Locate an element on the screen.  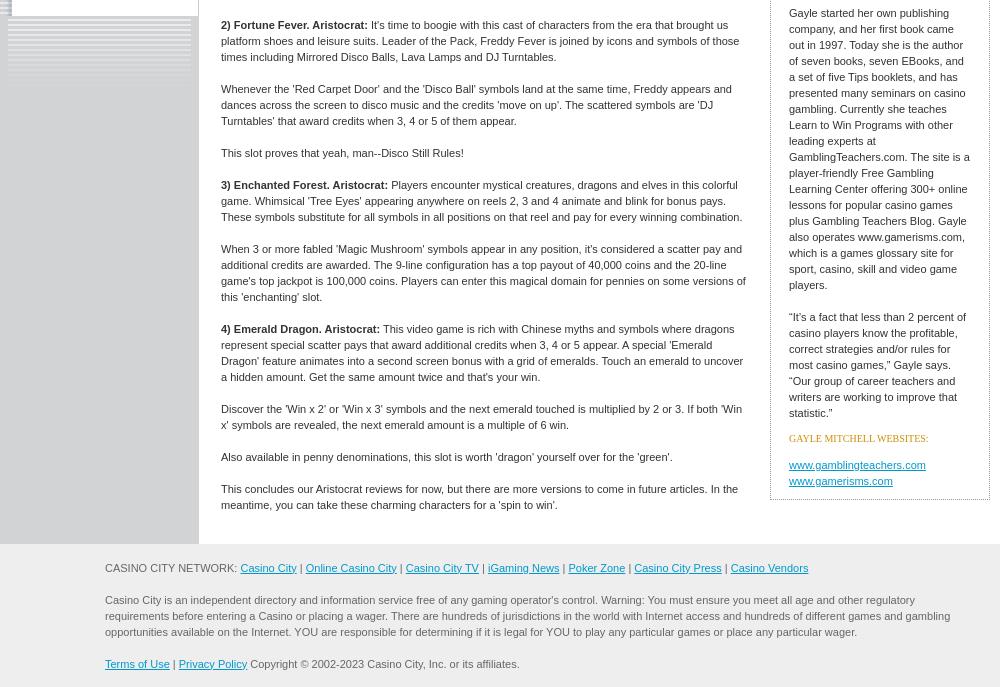
'Casino City is an independent directory and information service free of any gaming operator's control.
			Warning: You must ensure you meet all age and other regulatory requirements before entering a
			Casino or placing a wager.  There are hundreds of jurisdictions in the world with Internet access and
			hundreds of different games and gambling opportunities available on the Internet.
			YOU are responsible for determining if it is legal for YOU to play any particular games or place any
			particular wager.' is located at coordinates (527, 614).